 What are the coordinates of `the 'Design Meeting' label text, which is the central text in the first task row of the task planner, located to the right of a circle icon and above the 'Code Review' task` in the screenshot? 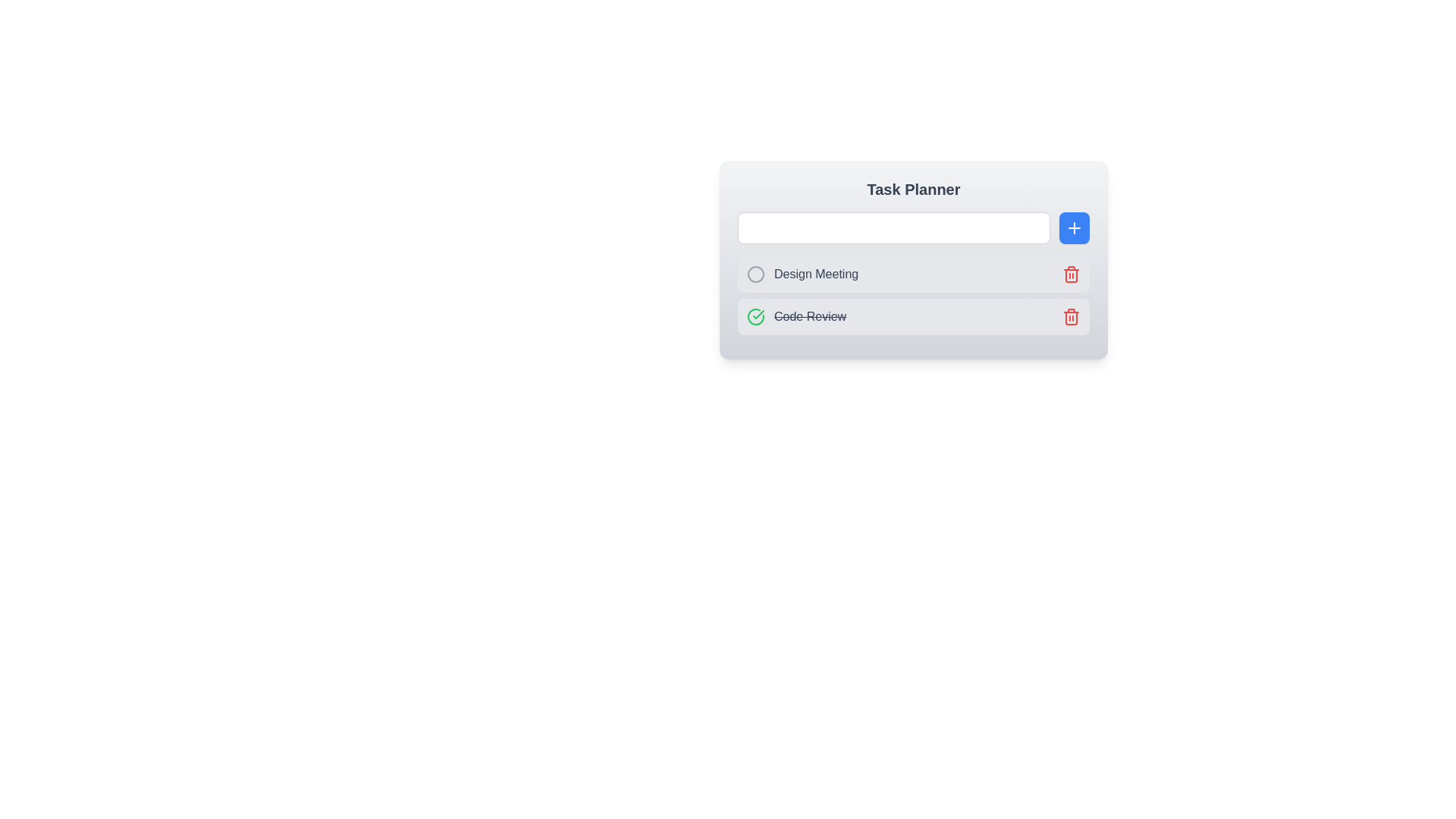 It's located at (815, 275).